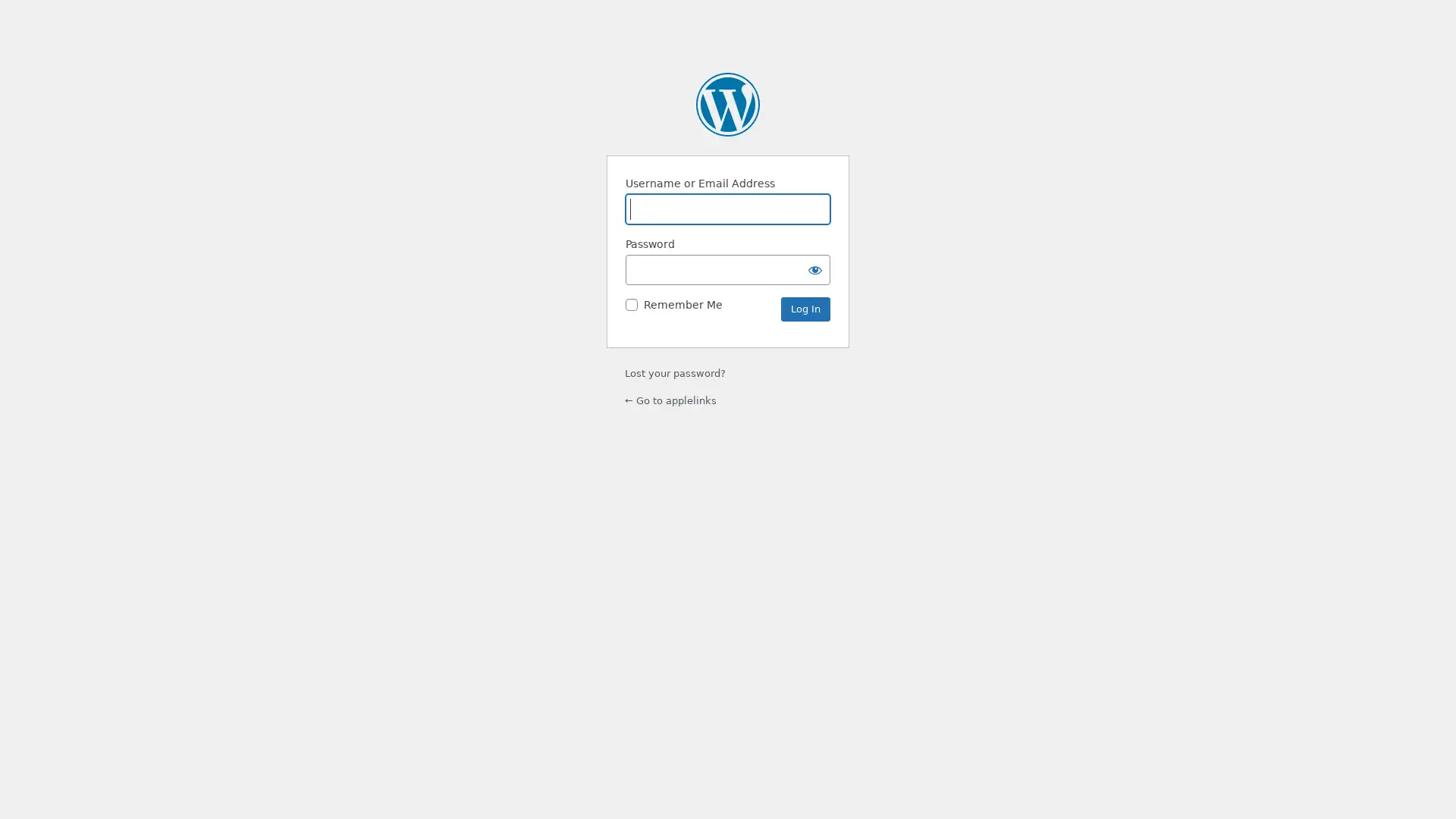  I want to click on Show password, so click(814, 268).